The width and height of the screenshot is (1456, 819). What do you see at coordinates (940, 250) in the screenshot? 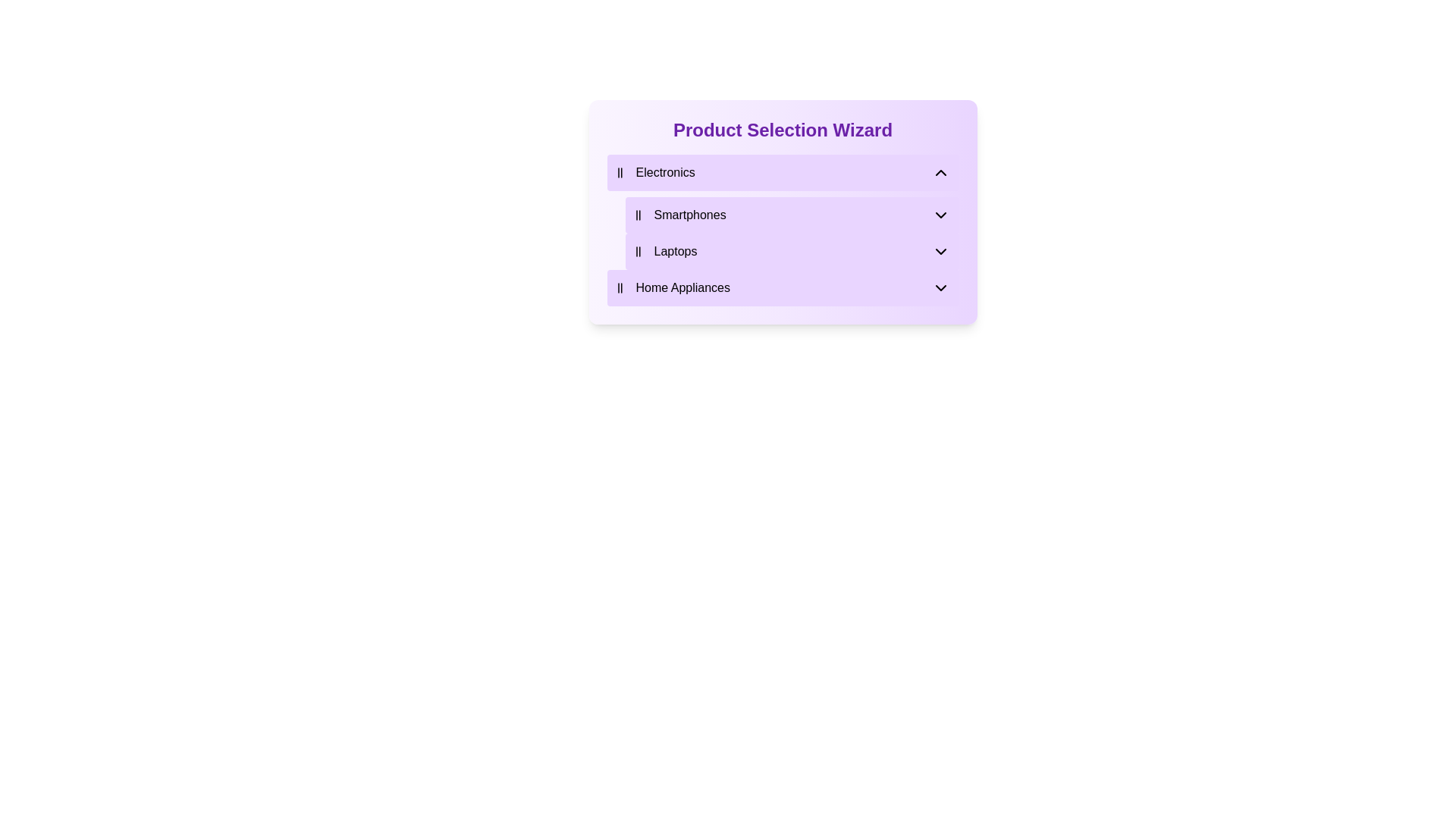
I see `the toggle icon for the 'Laptops' category, located on the far right side of the 'Laptops' list item` at bounding box center [940, 250].